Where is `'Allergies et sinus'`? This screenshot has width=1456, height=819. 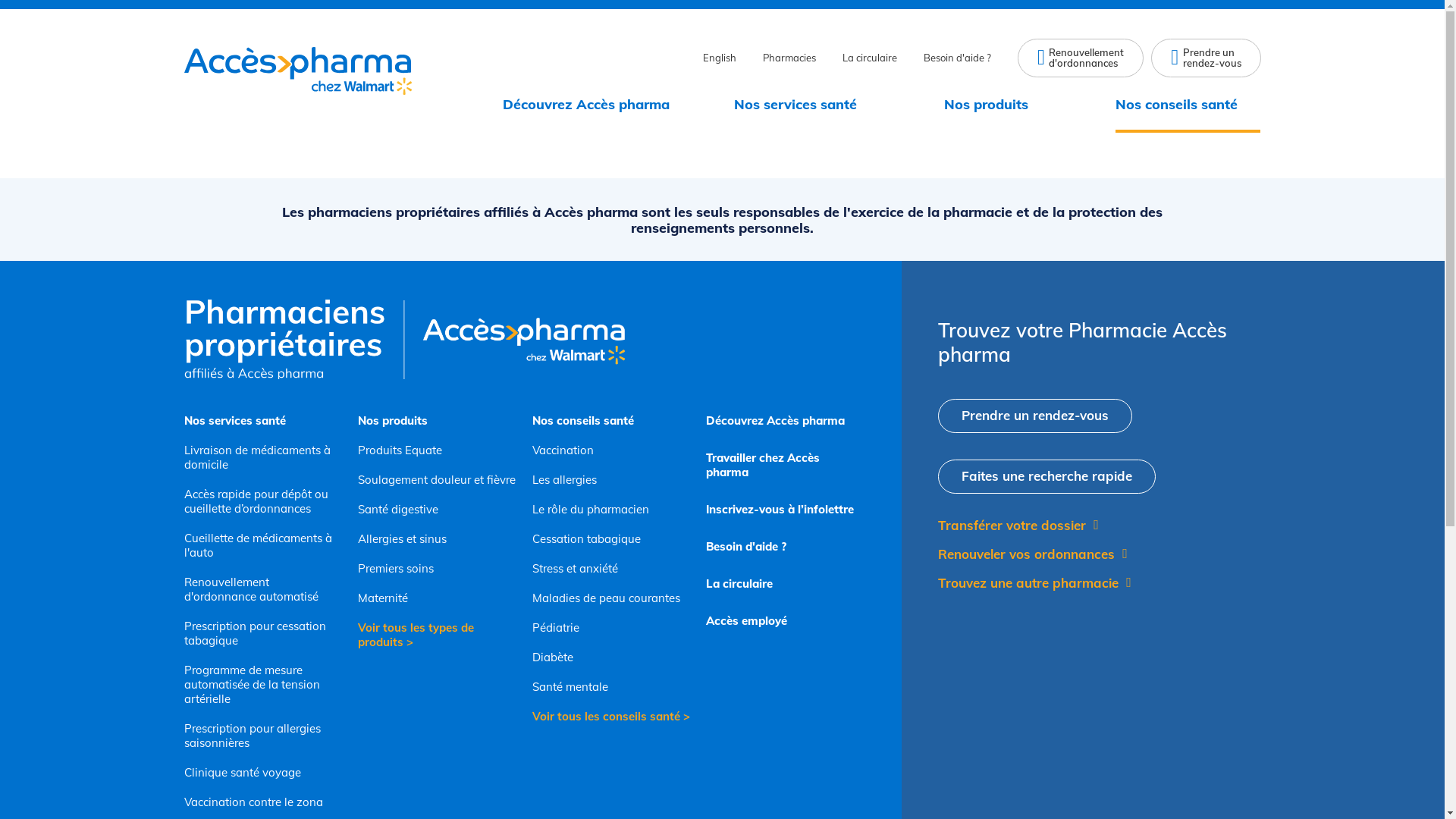
'Allergies et sinus' is located at coordinates (436, 538).